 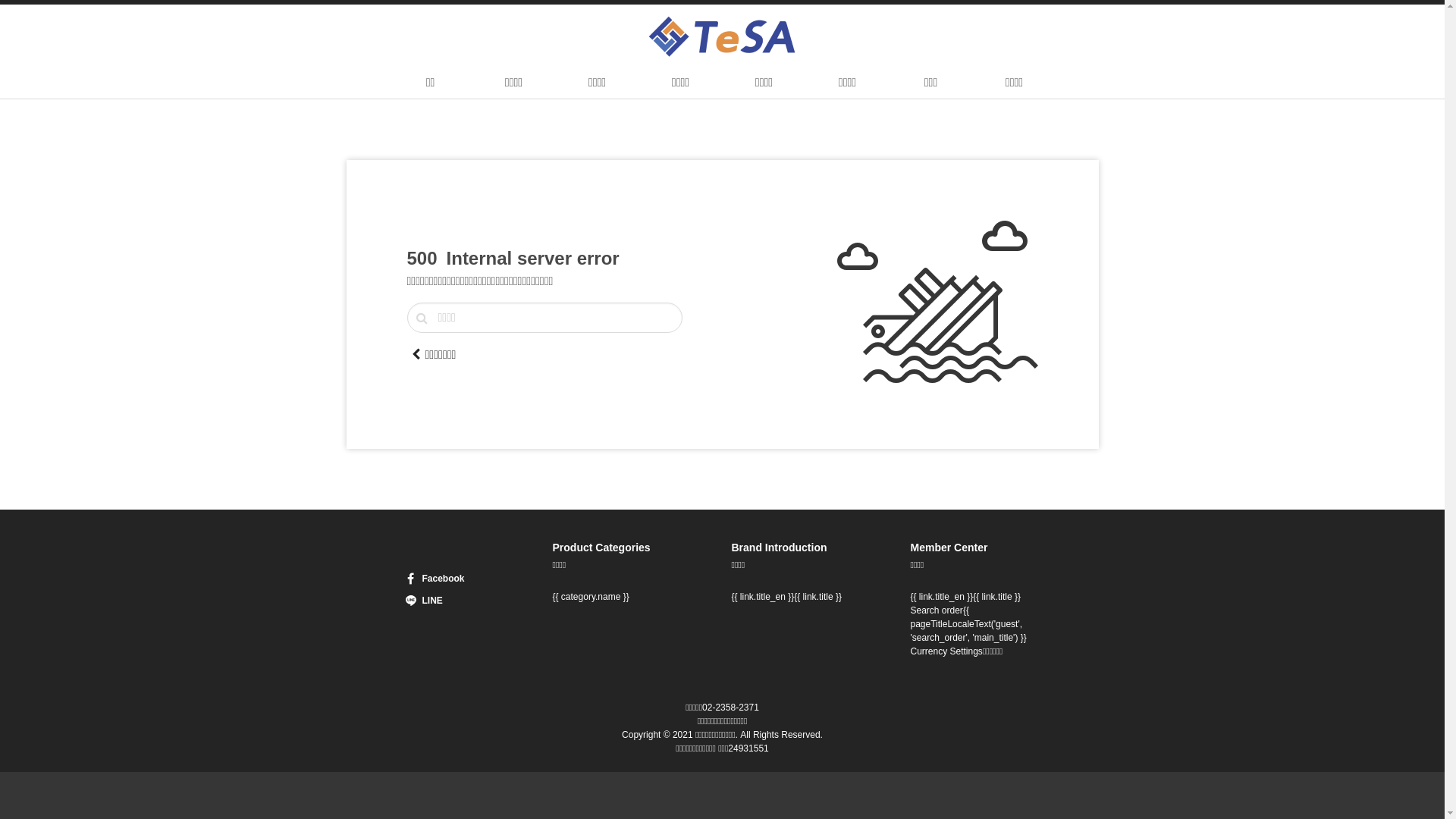 I want to click on 'LINE', so click(x=449, y=599).